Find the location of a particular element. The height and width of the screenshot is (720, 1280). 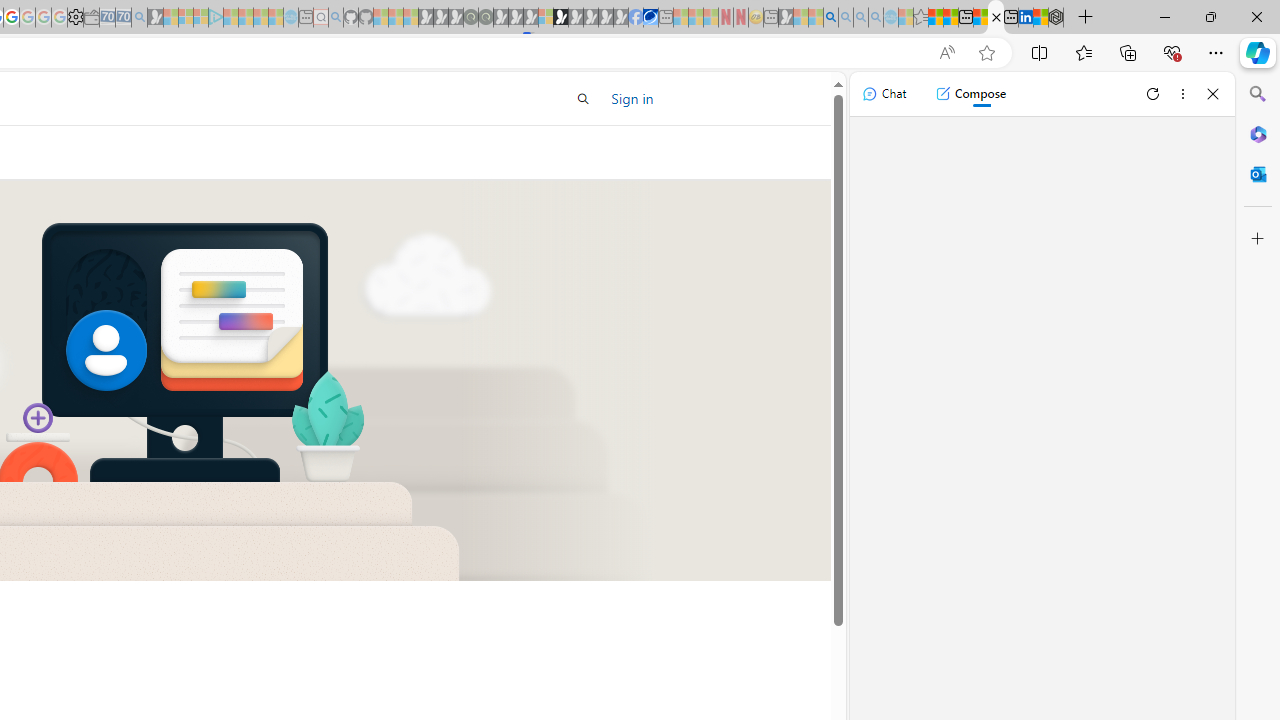

'Future Focus Report 2024 - Sleeping' is located at coordinates (485, 17).